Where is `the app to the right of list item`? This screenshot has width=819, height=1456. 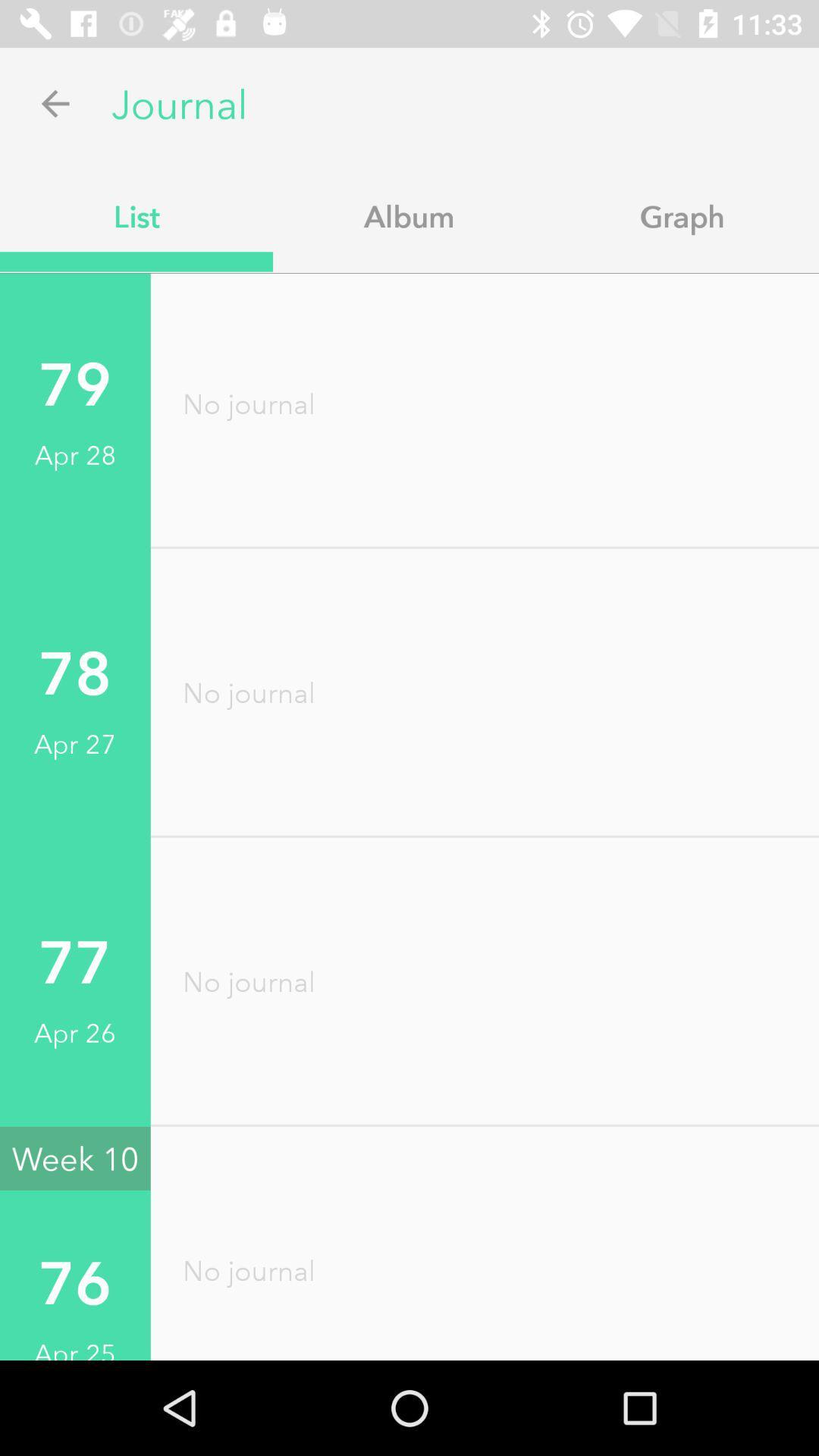 the app to the right of list item is located at coordinates (409, 215).